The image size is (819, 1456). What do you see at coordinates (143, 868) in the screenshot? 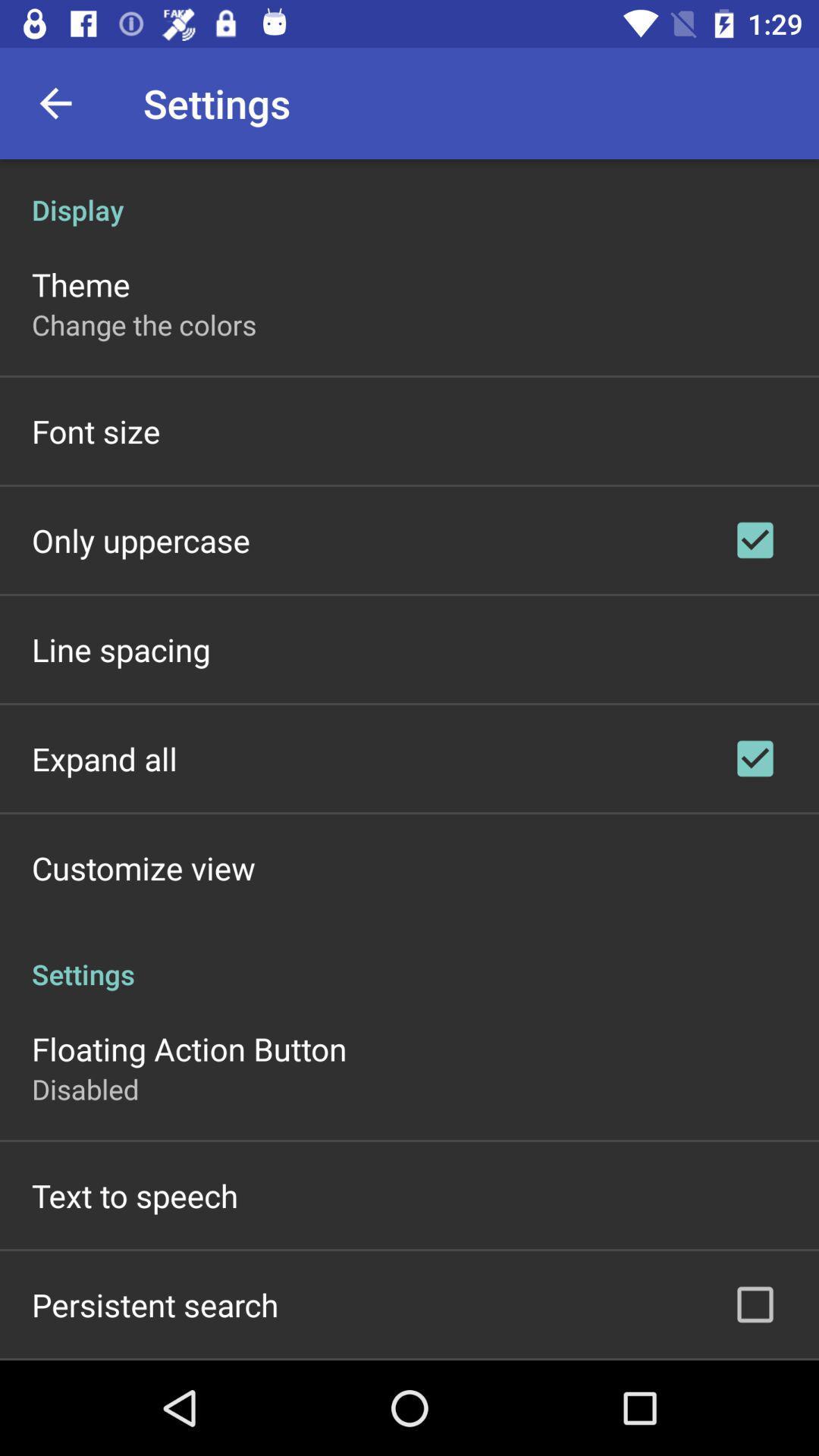
I see `item below the expand all item` at bounding box center [143, 868].